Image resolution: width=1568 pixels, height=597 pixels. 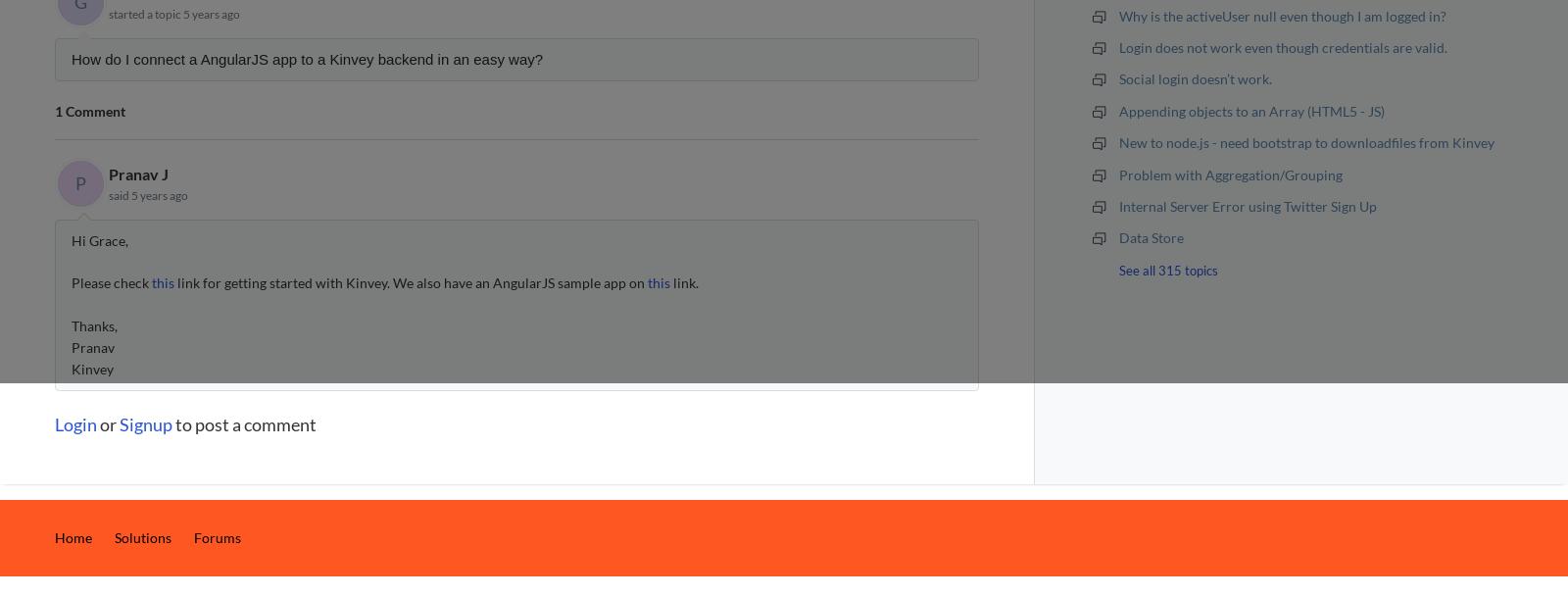 What do you see at coordinates (192, 537) in the screenshot?
I see `'Forums'` at bounding box center [192, 537].